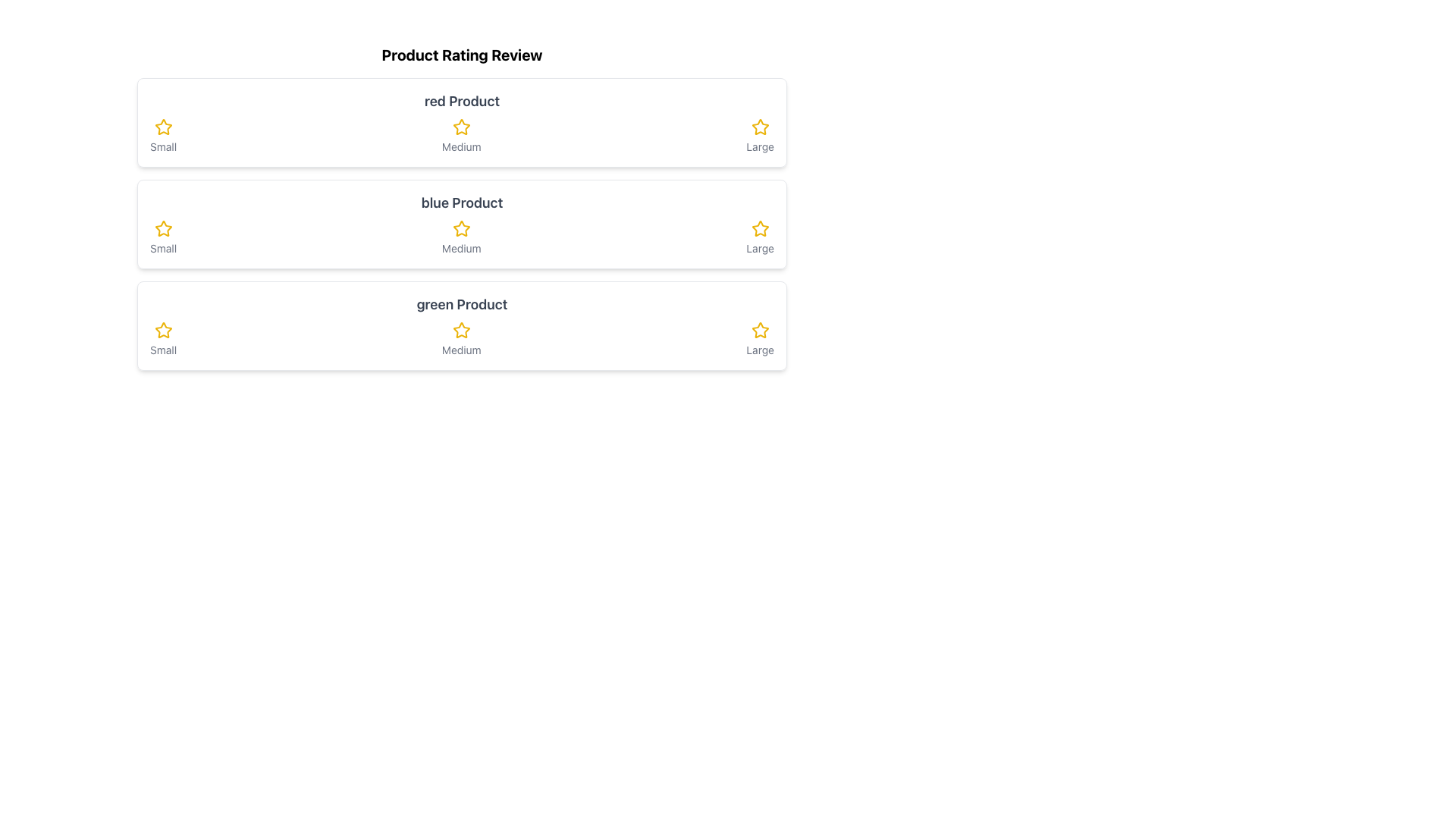  What do you see at coordinates (760, 338) in the screenshot?
I see `the 'Large' size option icon in the 'green Product' section, which is the rightmost option in the third product card` at bounding box center [760, 338].